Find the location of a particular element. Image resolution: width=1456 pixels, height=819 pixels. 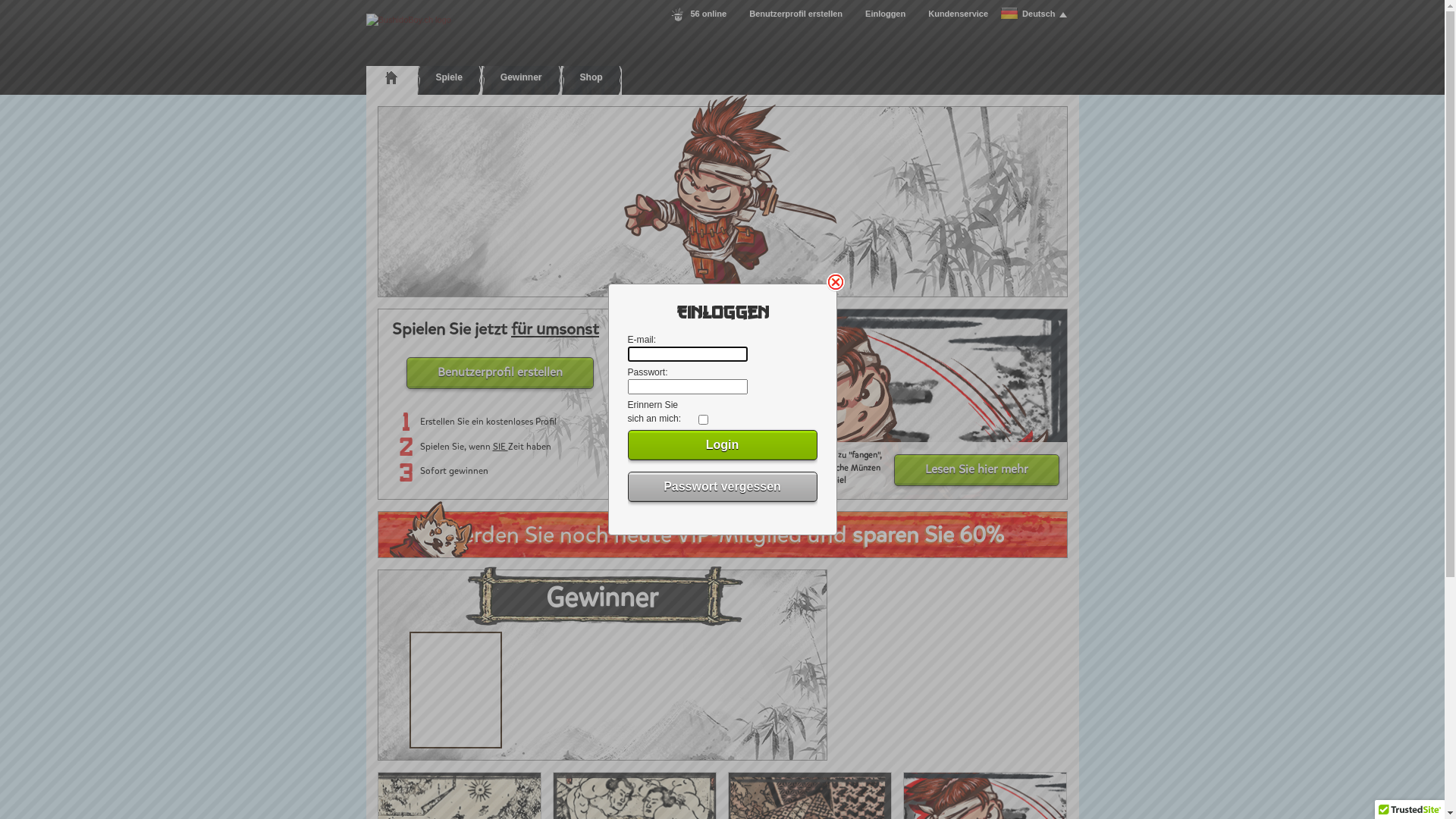

'Shop' is located at coordinates (590, 77).